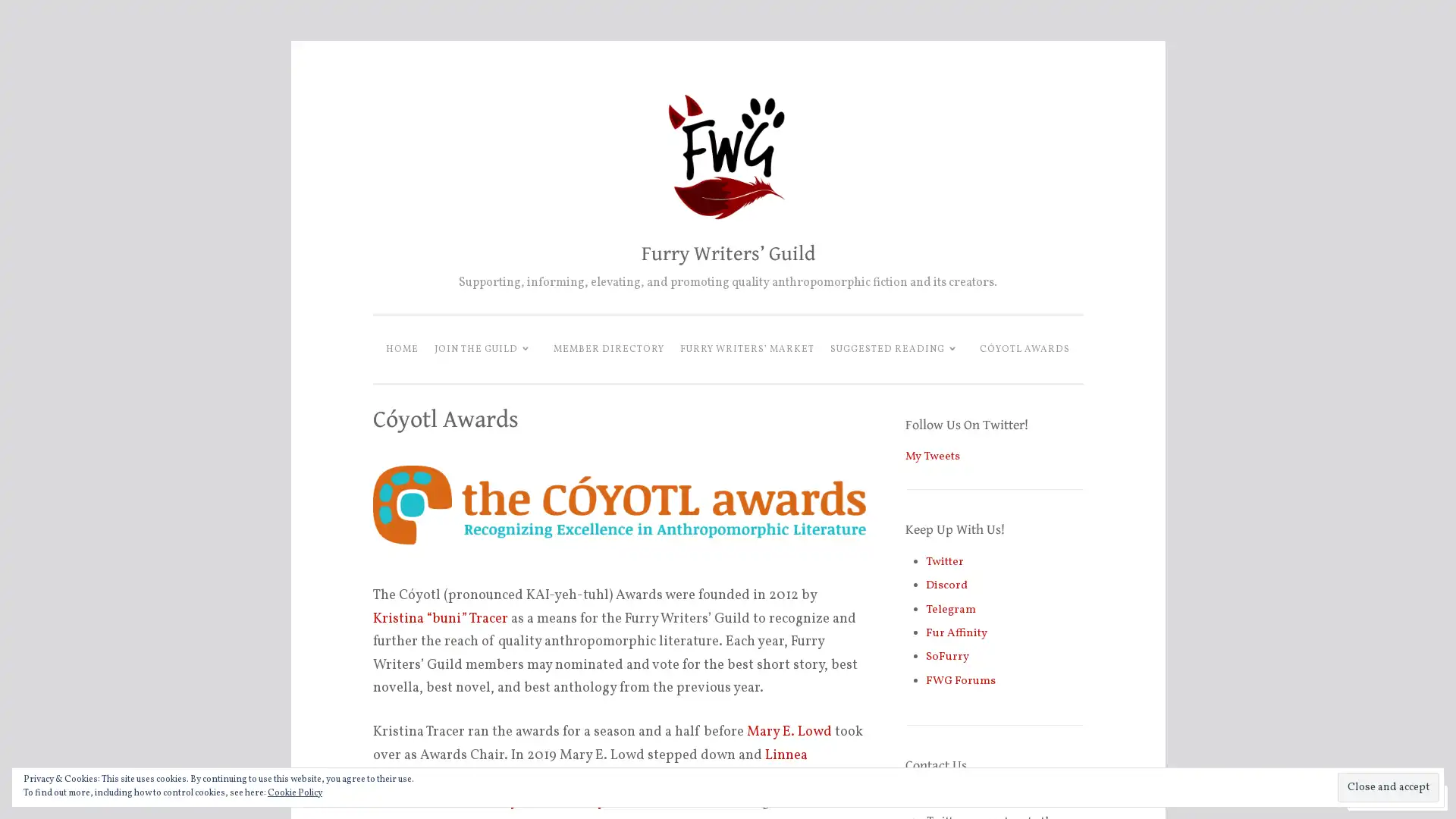 This screenshot has height=819, width=1456. Describe the element at coordinates (1388, 786) in the screenshot. I see `Close and accept` at that location.